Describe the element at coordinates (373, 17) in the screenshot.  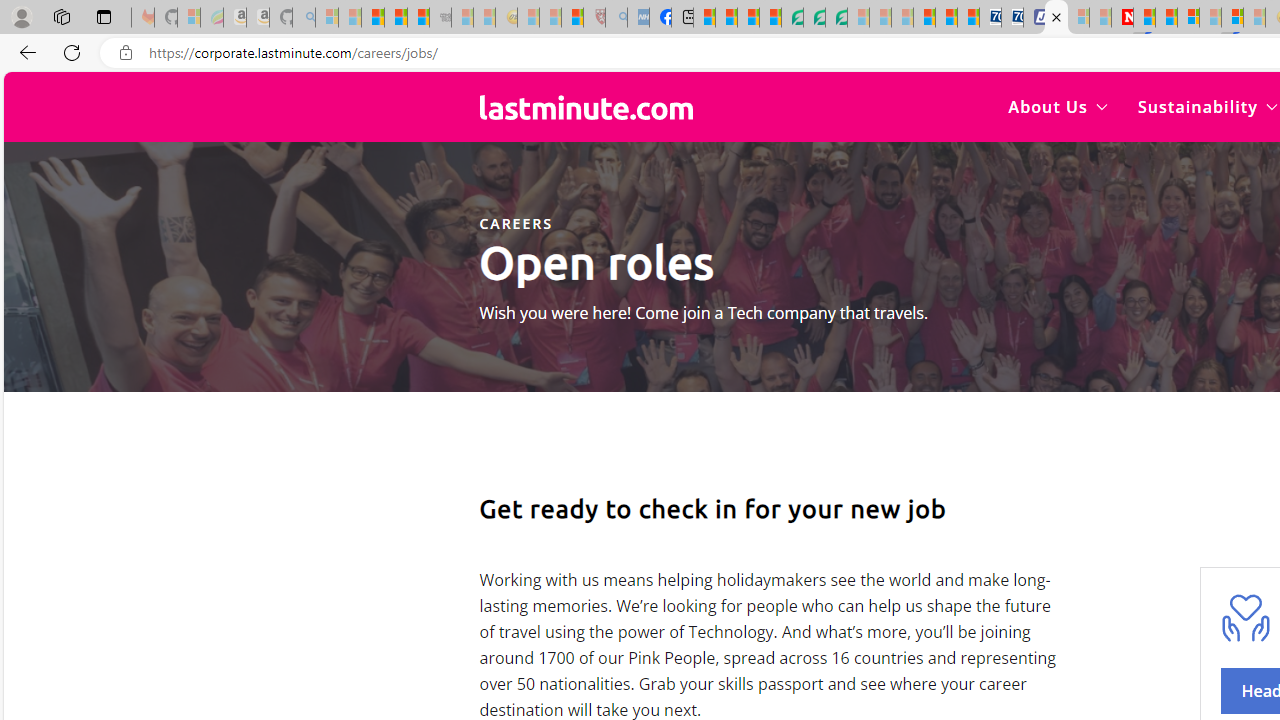
I see `'The Weather Channel - MSN'` at that location.